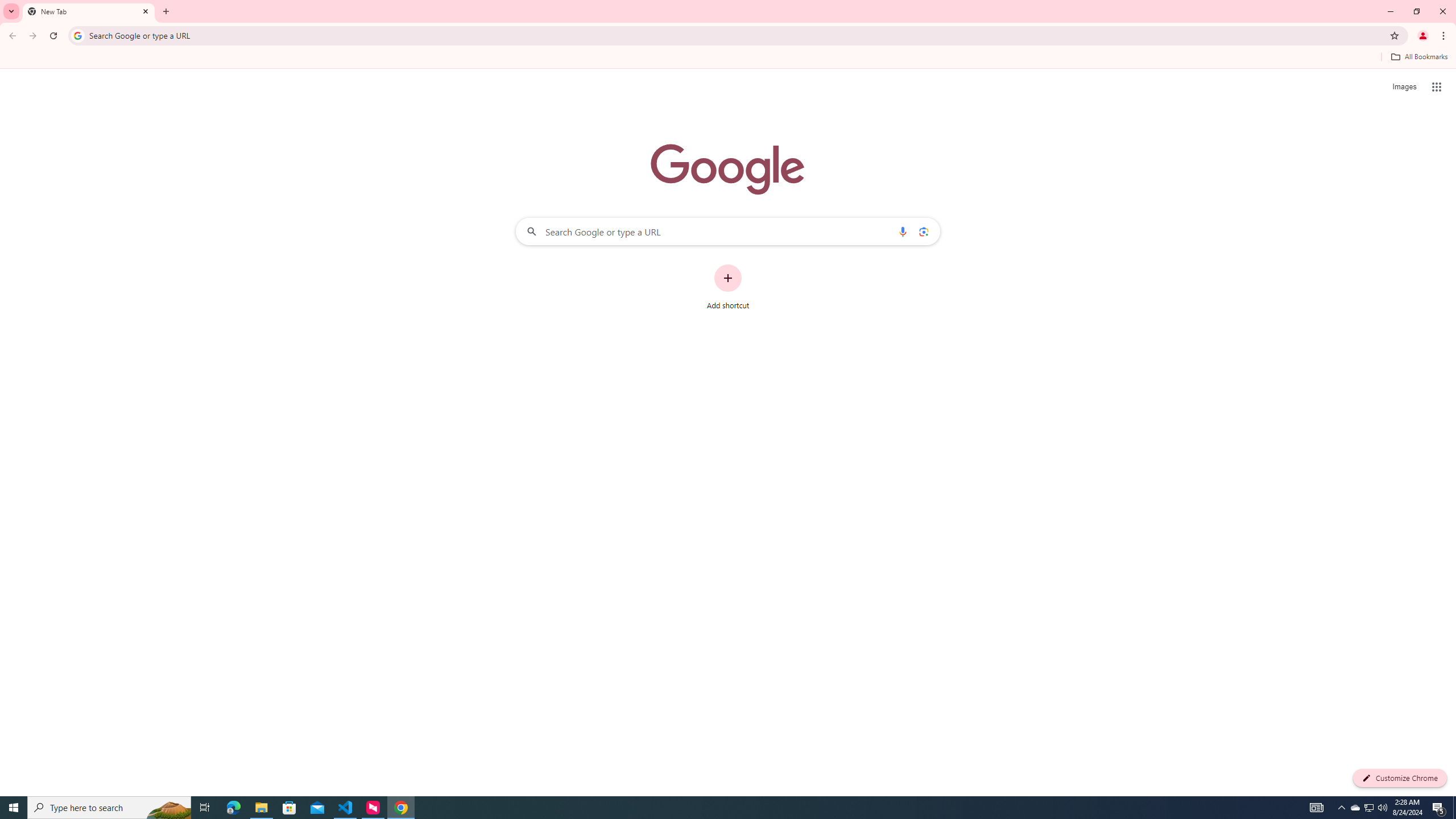  I want to click on 'Customize Chrome', so click(1400, 777).